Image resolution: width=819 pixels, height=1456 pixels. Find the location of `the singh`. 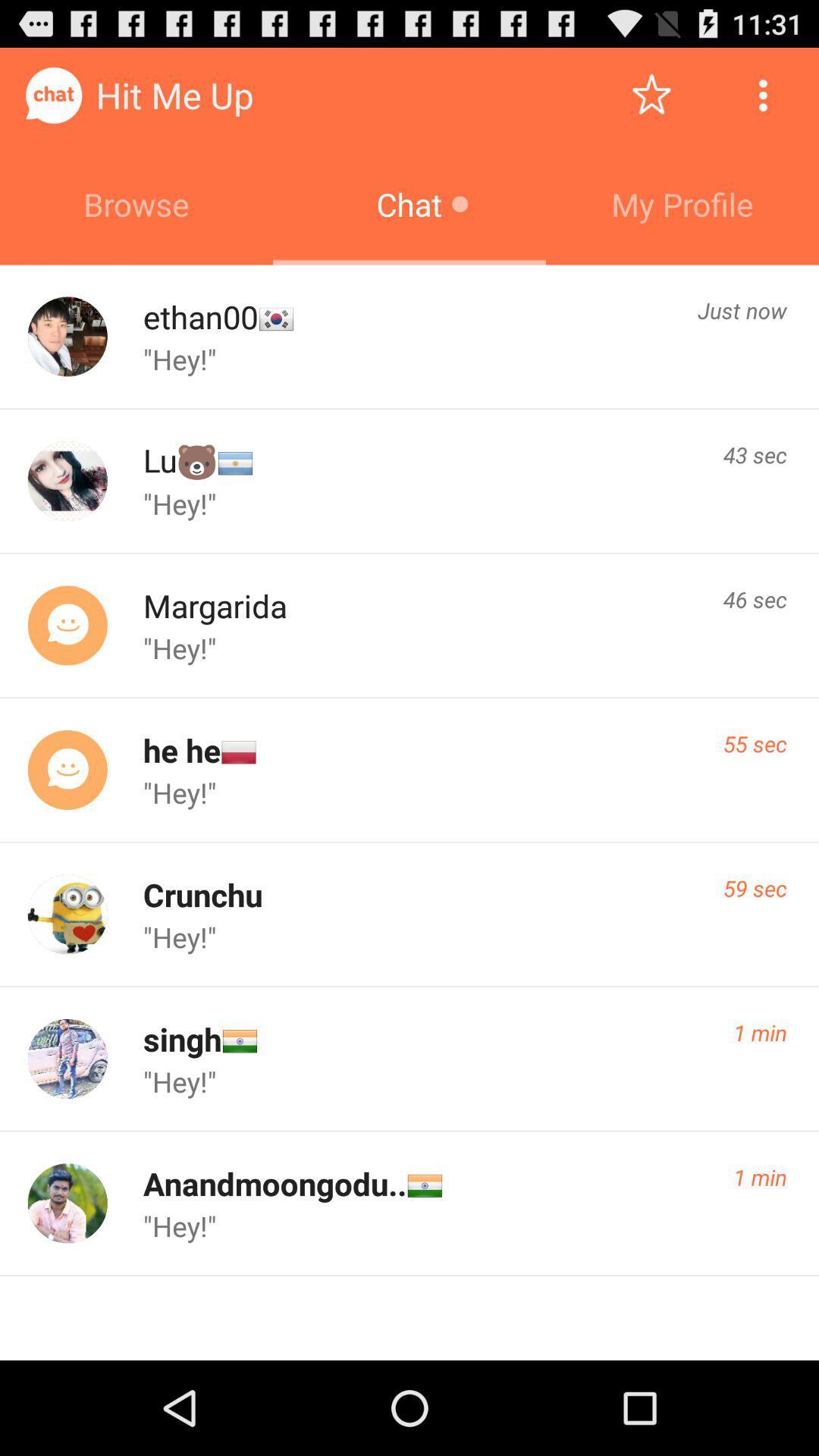

the singh is located at coordinates (181, 1038).